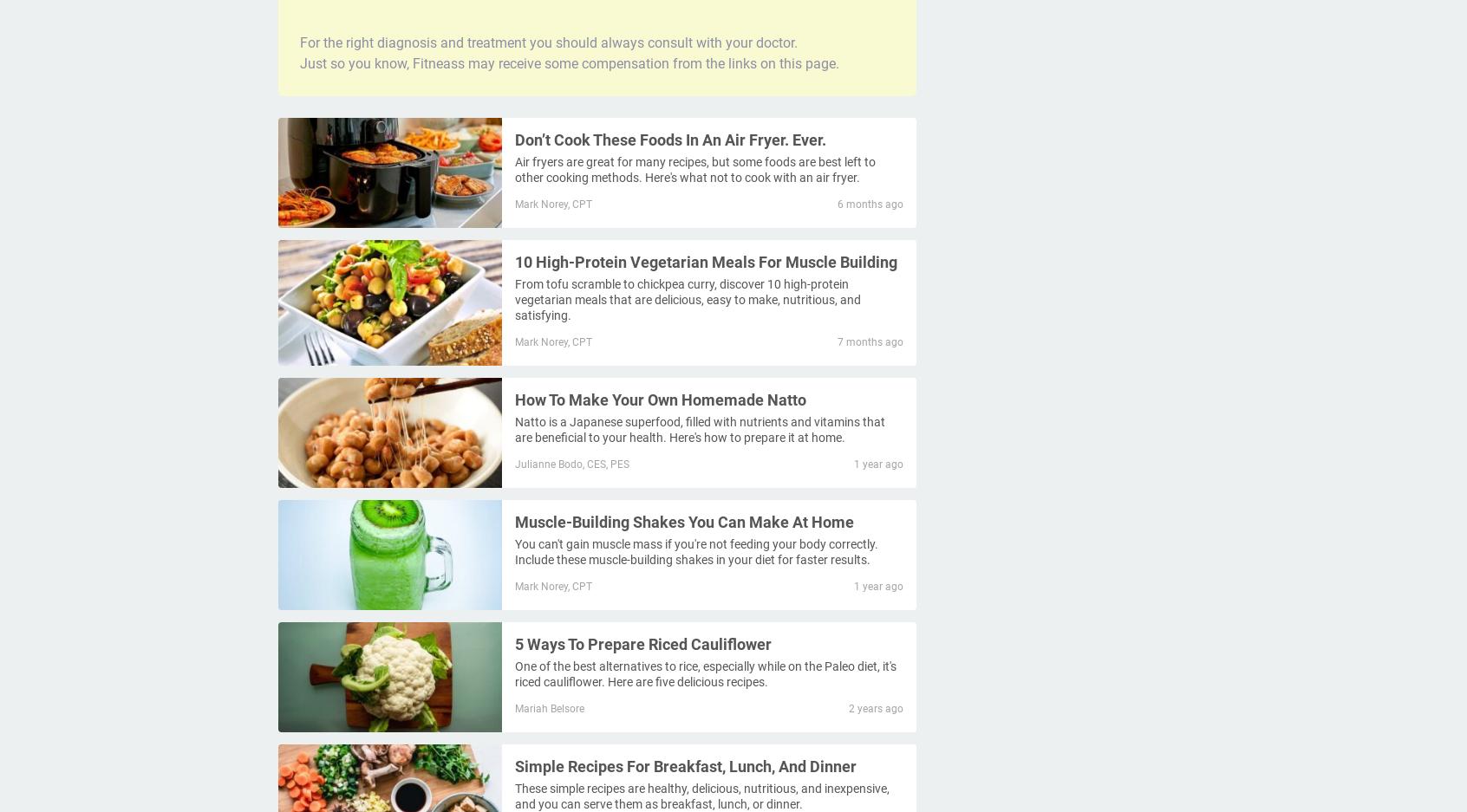 The width and height of the screenshot is (1467, 812). I want to click on 'How To Make Your Own Homemade Natto', so click(659, 398).